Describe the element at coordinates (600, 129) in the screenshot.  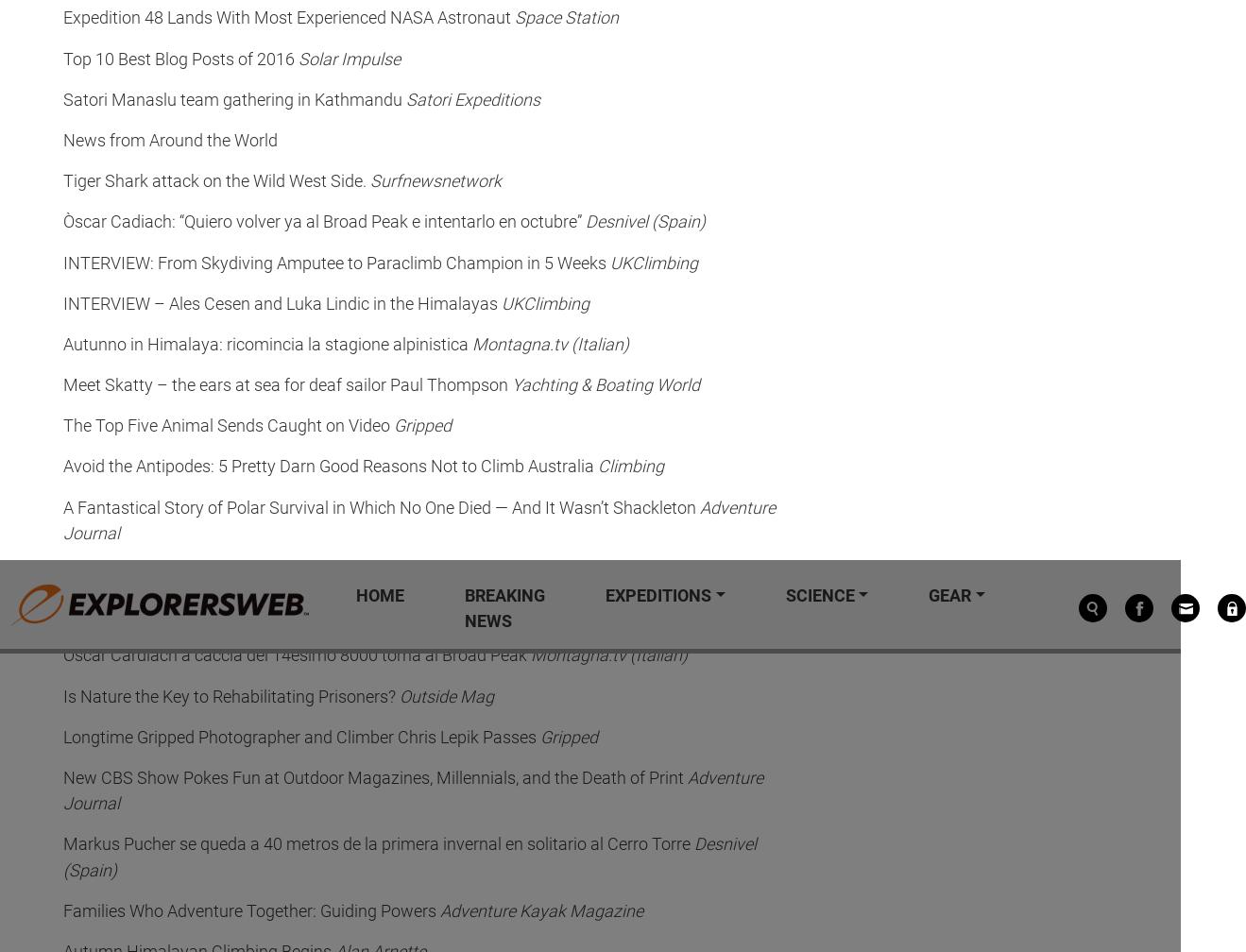
I see `'October 31, 2023'` at that location.